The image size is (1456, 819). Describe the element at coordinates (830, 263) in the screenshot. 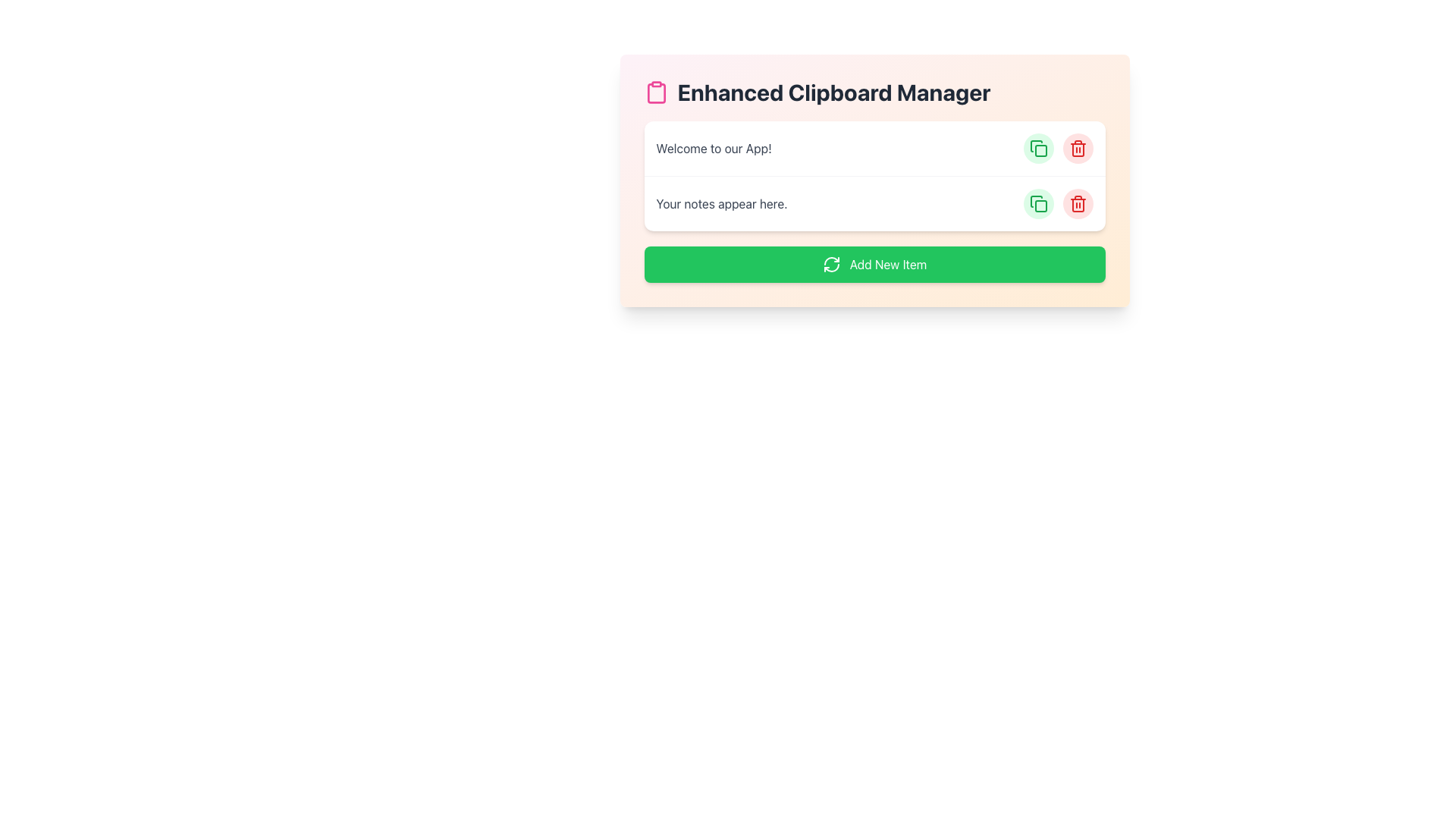

I see `the circular refresh icon with a green background located inside the 'Add New Item' button, which is positioned on the left side next to the text 'Add New Item'` at that location.